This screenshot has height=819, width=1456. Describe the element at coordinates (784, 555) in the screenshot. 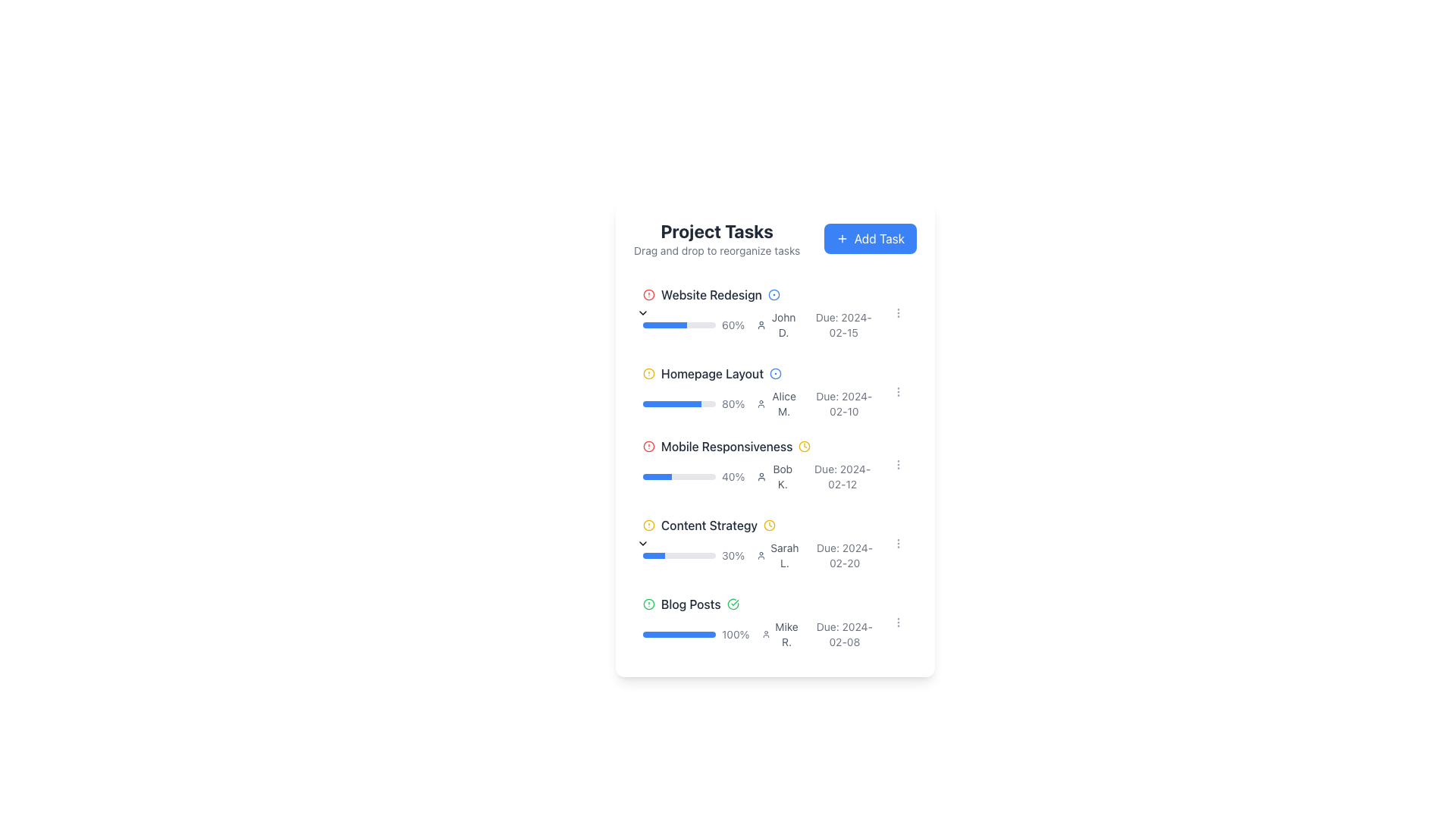

I see `text label displaying the name of the individual assigned to the 'Content Strategy' task, located to the right of the progress bar and left of the due date` at that location.